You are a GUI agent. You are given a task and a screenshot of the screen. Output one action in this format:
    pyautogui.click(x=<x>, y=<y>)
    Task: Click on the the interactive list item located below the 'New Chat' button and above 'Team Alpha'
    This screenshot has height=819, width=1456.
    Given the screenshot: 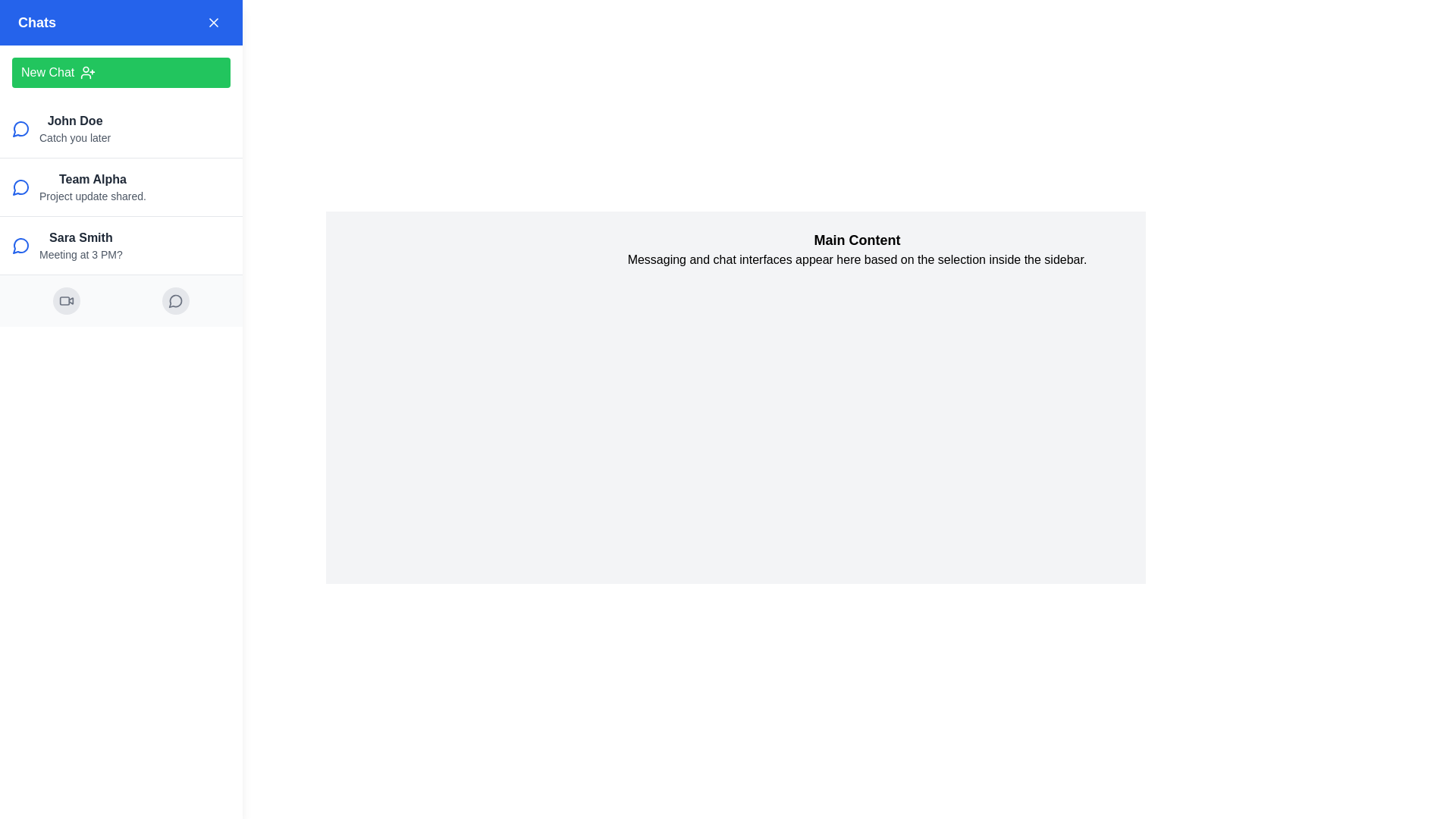 What is the action you would take?
    pyautogui.click(x=120, y=127)
    